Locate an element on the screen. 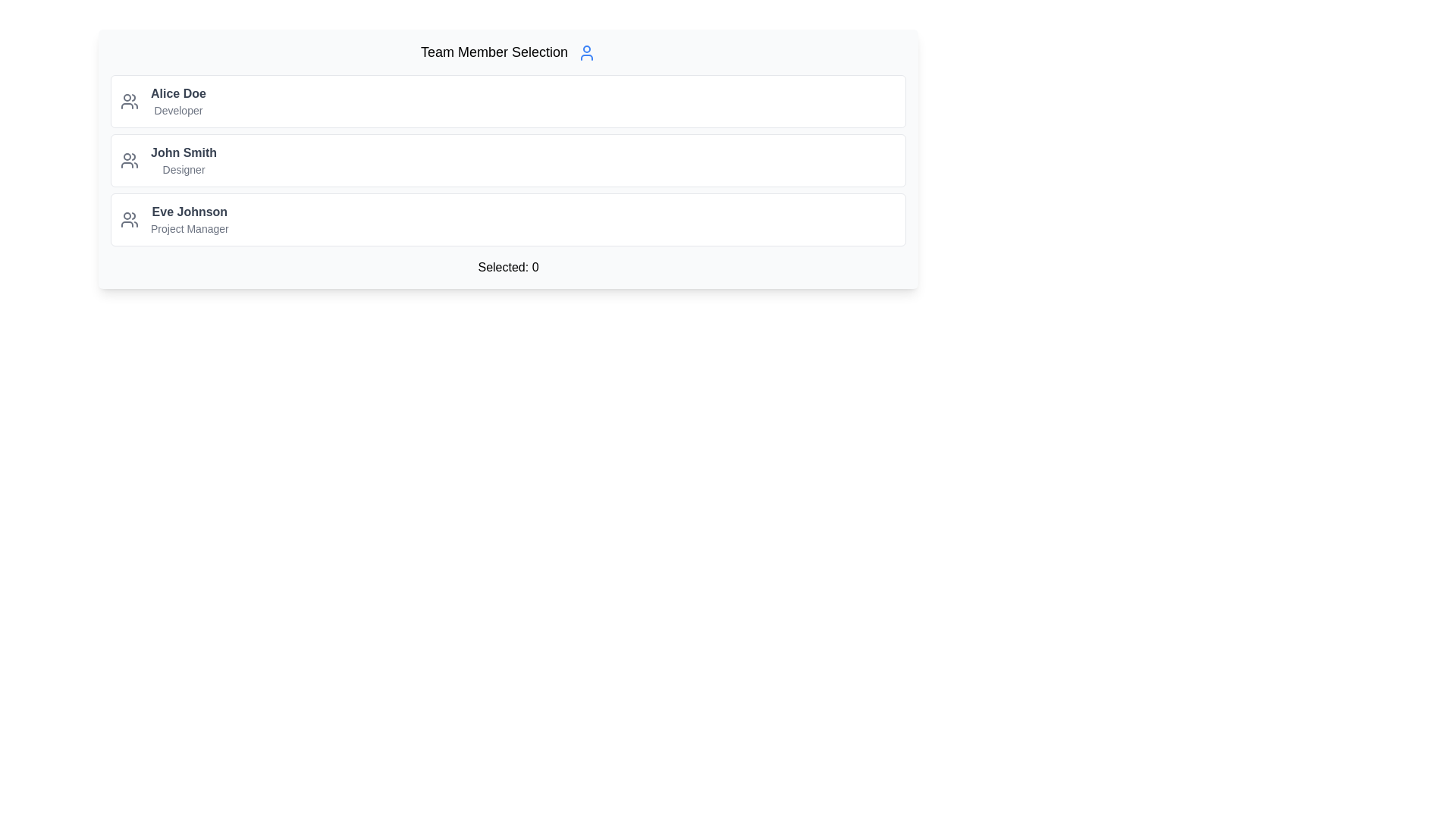  the SVG icon depicting two stylized user silhouettes, which is part of the row entry labeled 'John Smith Designer' located on the second row of team members is located at coordinates (130, 161).